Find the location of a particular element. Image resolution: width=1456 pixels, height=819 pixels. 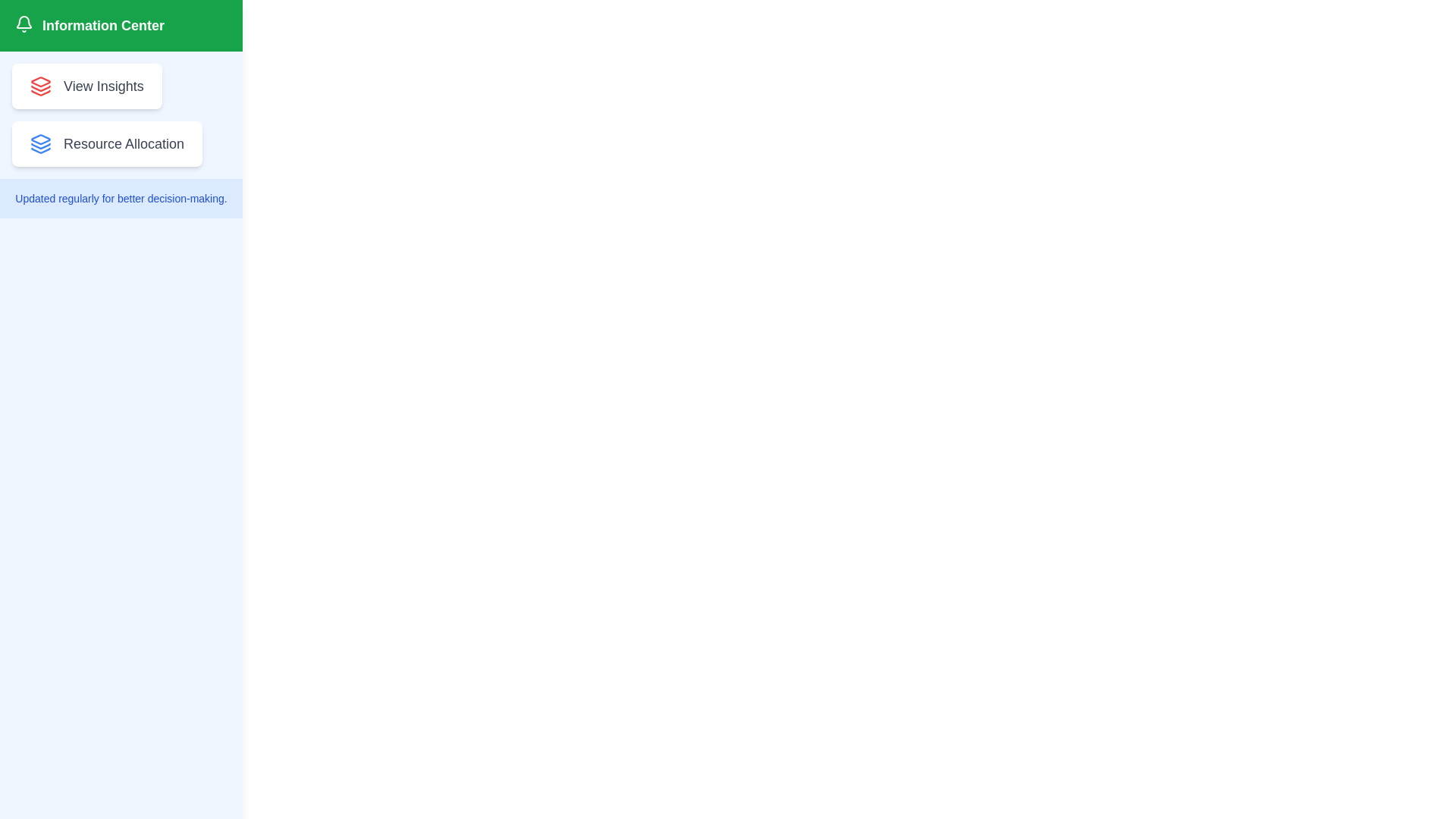

the 'Resource Allocation' button is located at coordinates (106, 143).